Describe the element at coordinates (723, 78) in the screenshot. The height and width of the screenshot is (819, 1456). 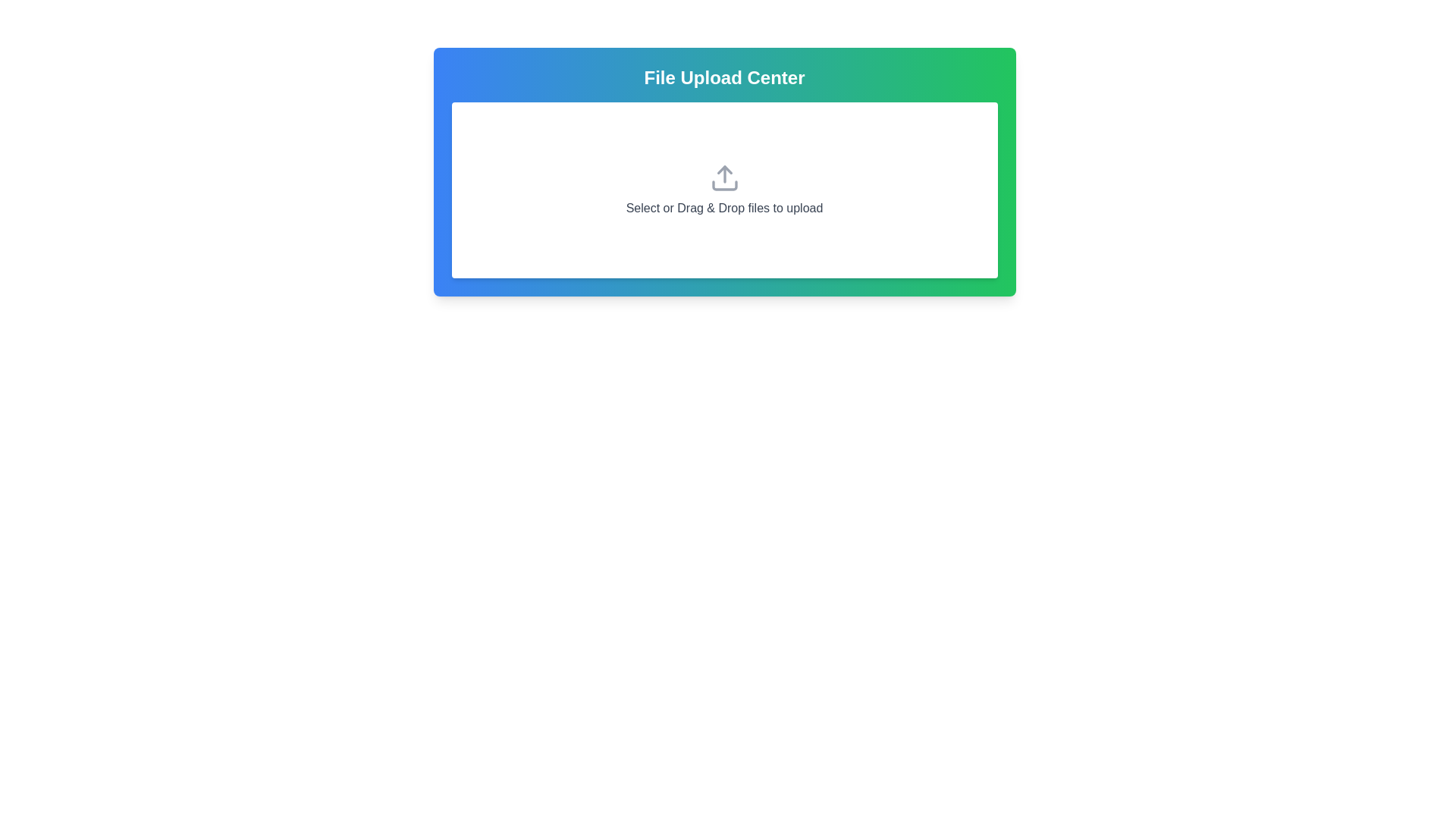
I see `the 'File Upload Center' text element, which is bold and white, positioned at the top of a gradient background transitioning from blue to green` at that location.